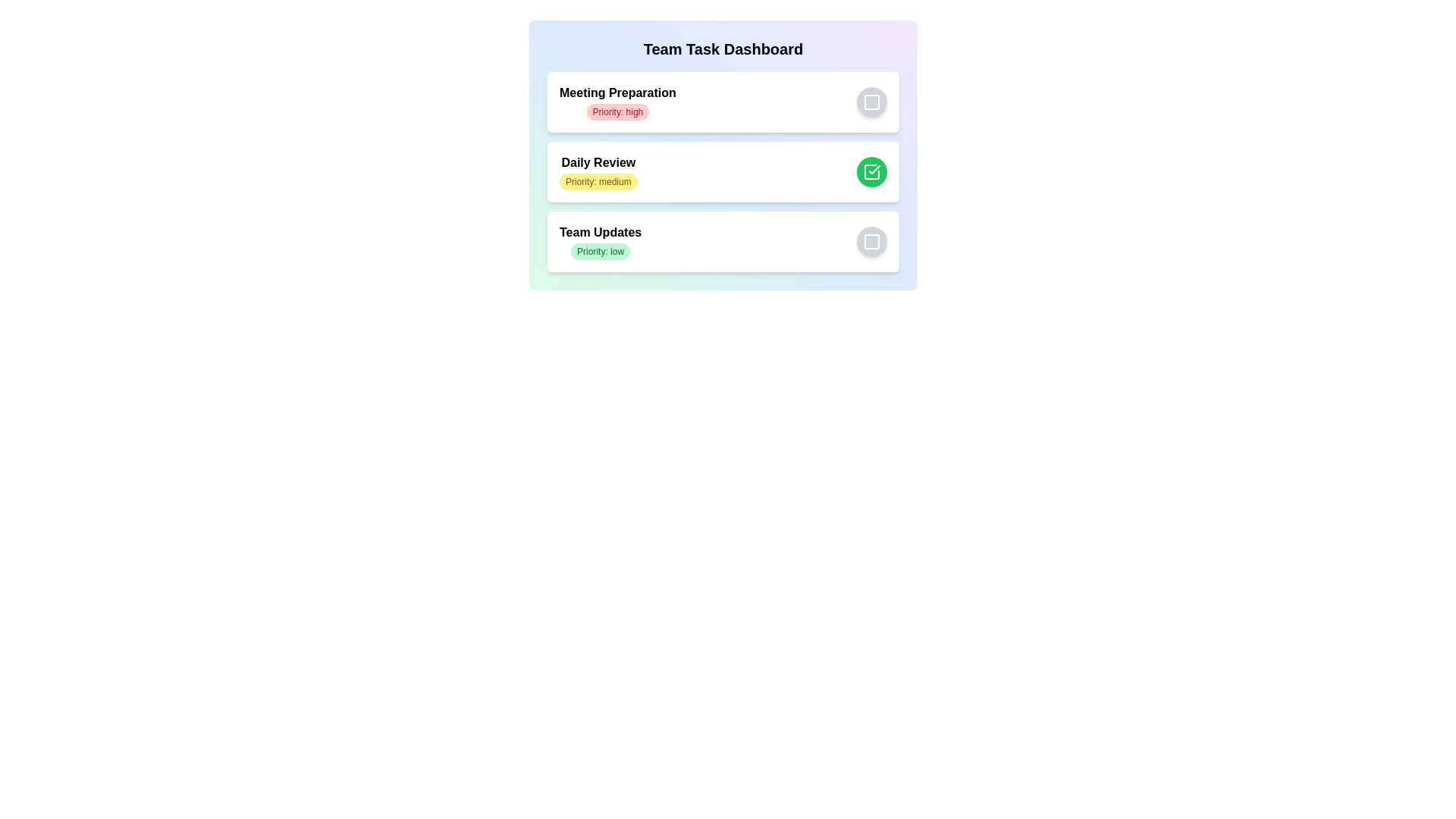  Describe the element at coordinates (617, 111) in the screenshot. I see `the task with priority high` at that location.